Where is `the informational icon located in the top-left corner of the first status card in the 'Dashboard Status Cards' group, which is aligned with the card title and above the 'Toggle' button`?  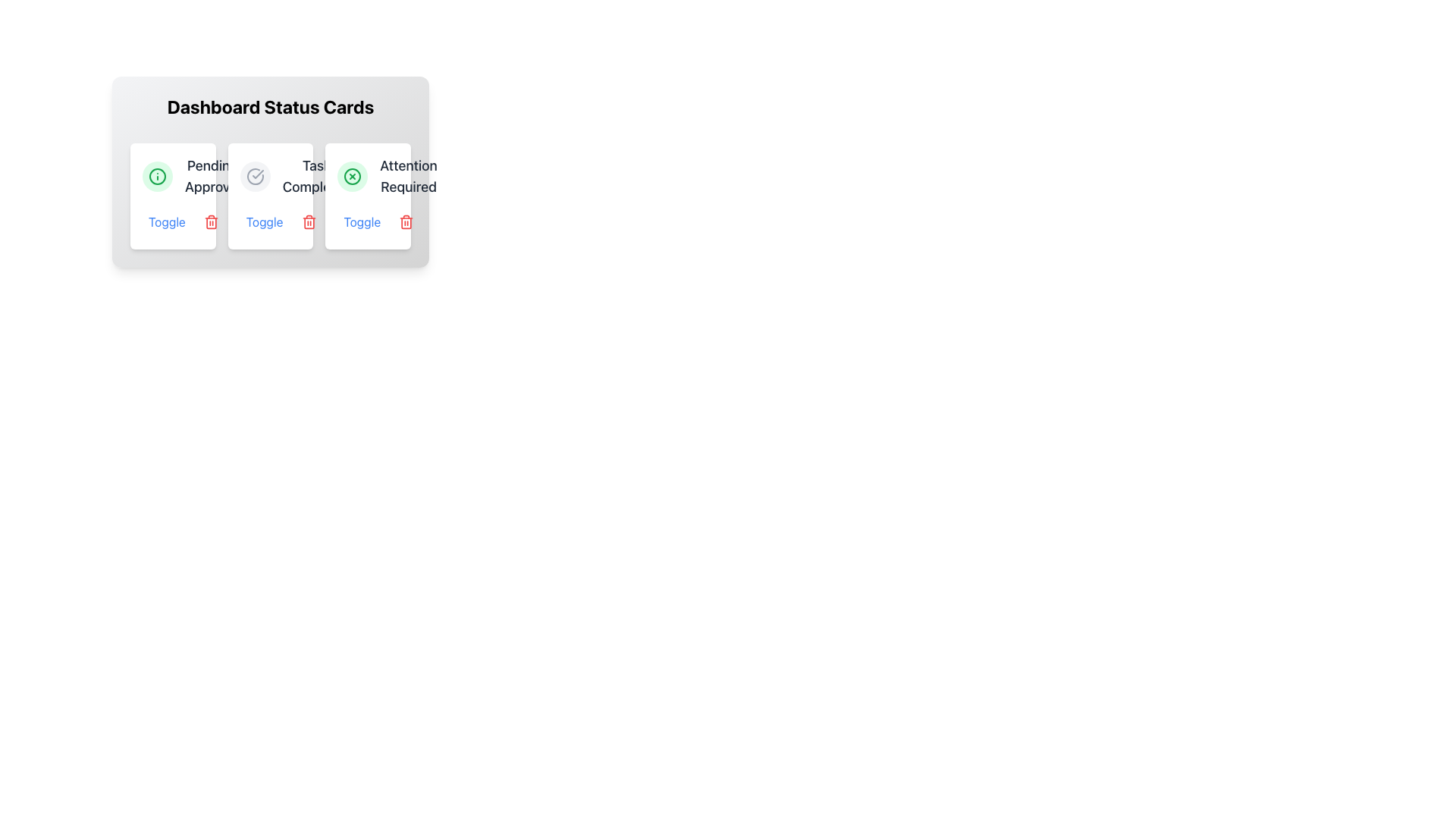
the informational icon located in the top-left corner of the first status card in the 'Dashboard Status Cards' group, which is aligned with the card title and above the 'Toggle' button is located at coordinates (157, 175).